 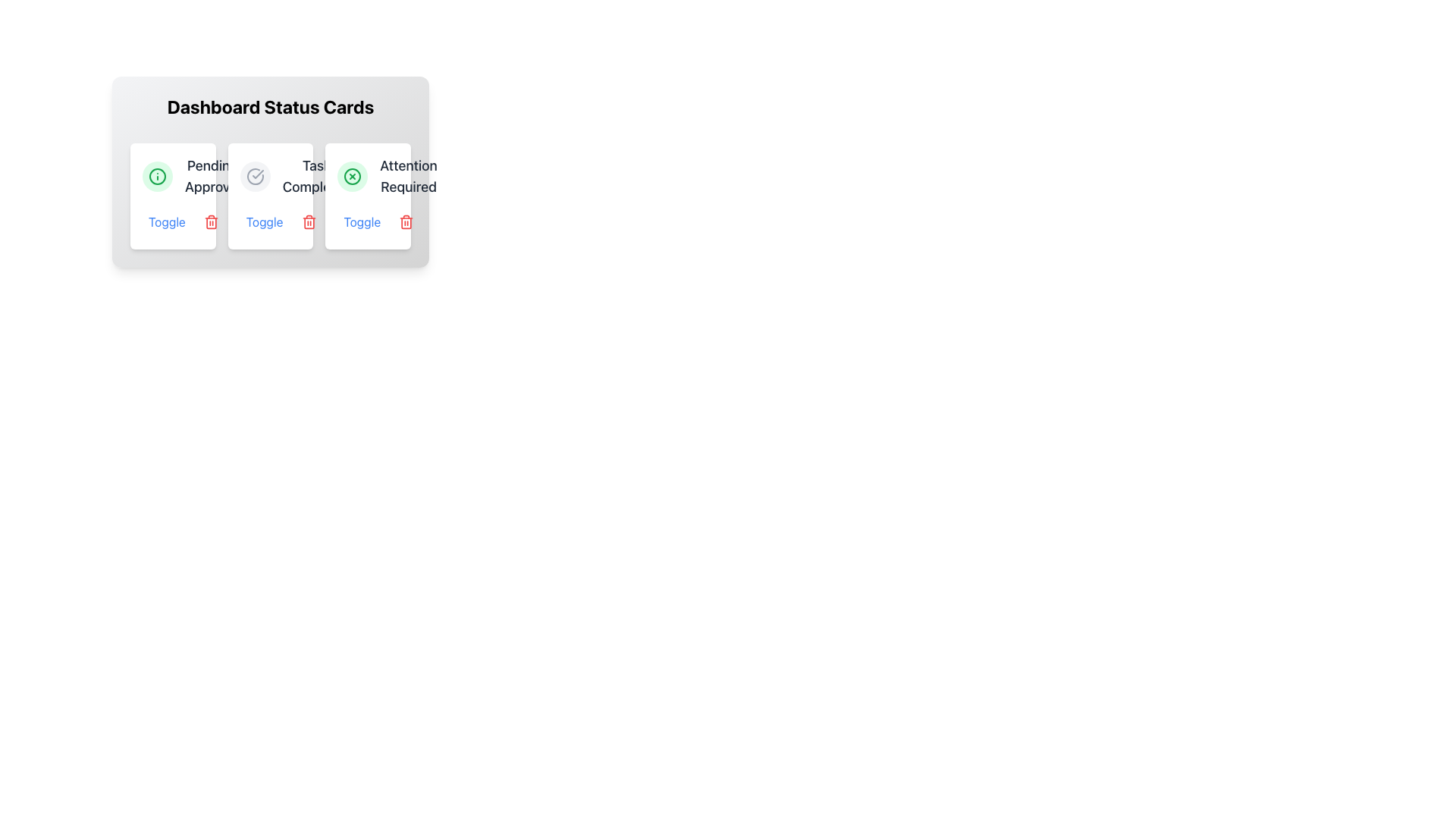 What do you see at coordinates (270, 222) in the screenshot?
I see `the toggle button located at the bottom middle section of the 'Task Completed' card to trigger interaction effects` at bounding box center [270, 222].